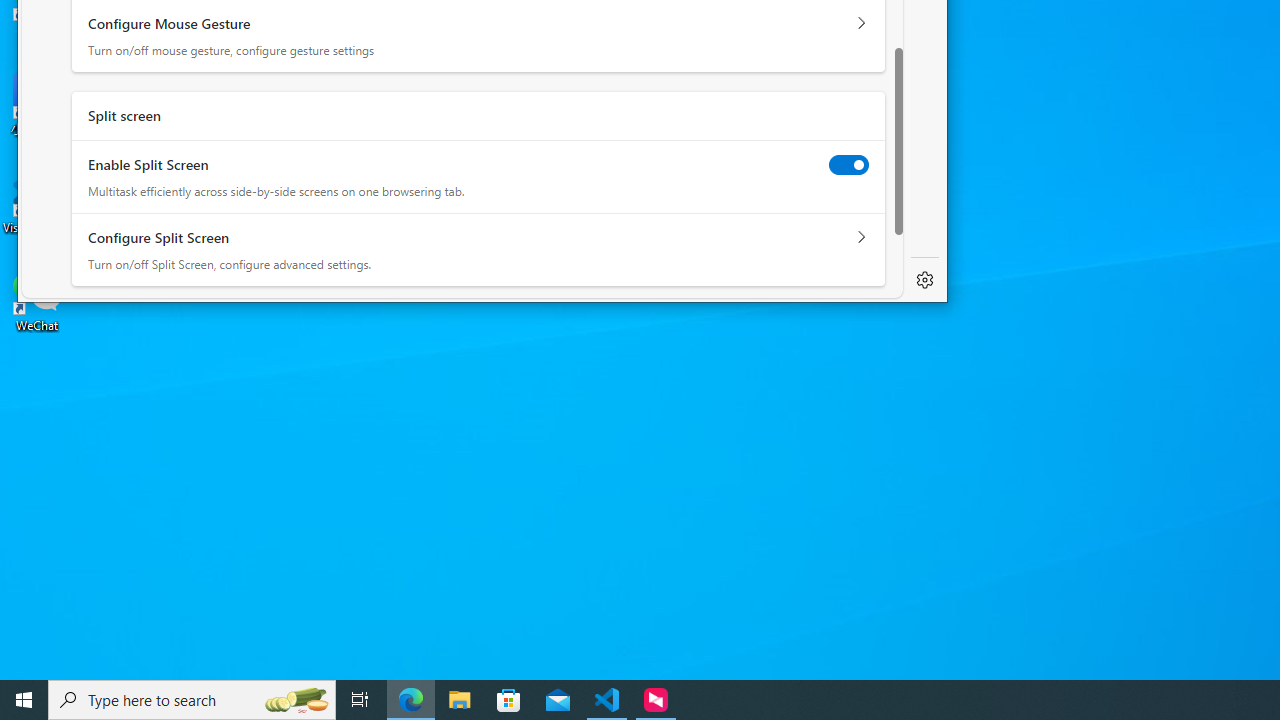 This screenshot has height=720, width=1280. Describe the element at coordinates (606, 698) in the screenshot. I see `'Visual Studio Code - 1 running window'` at that location.